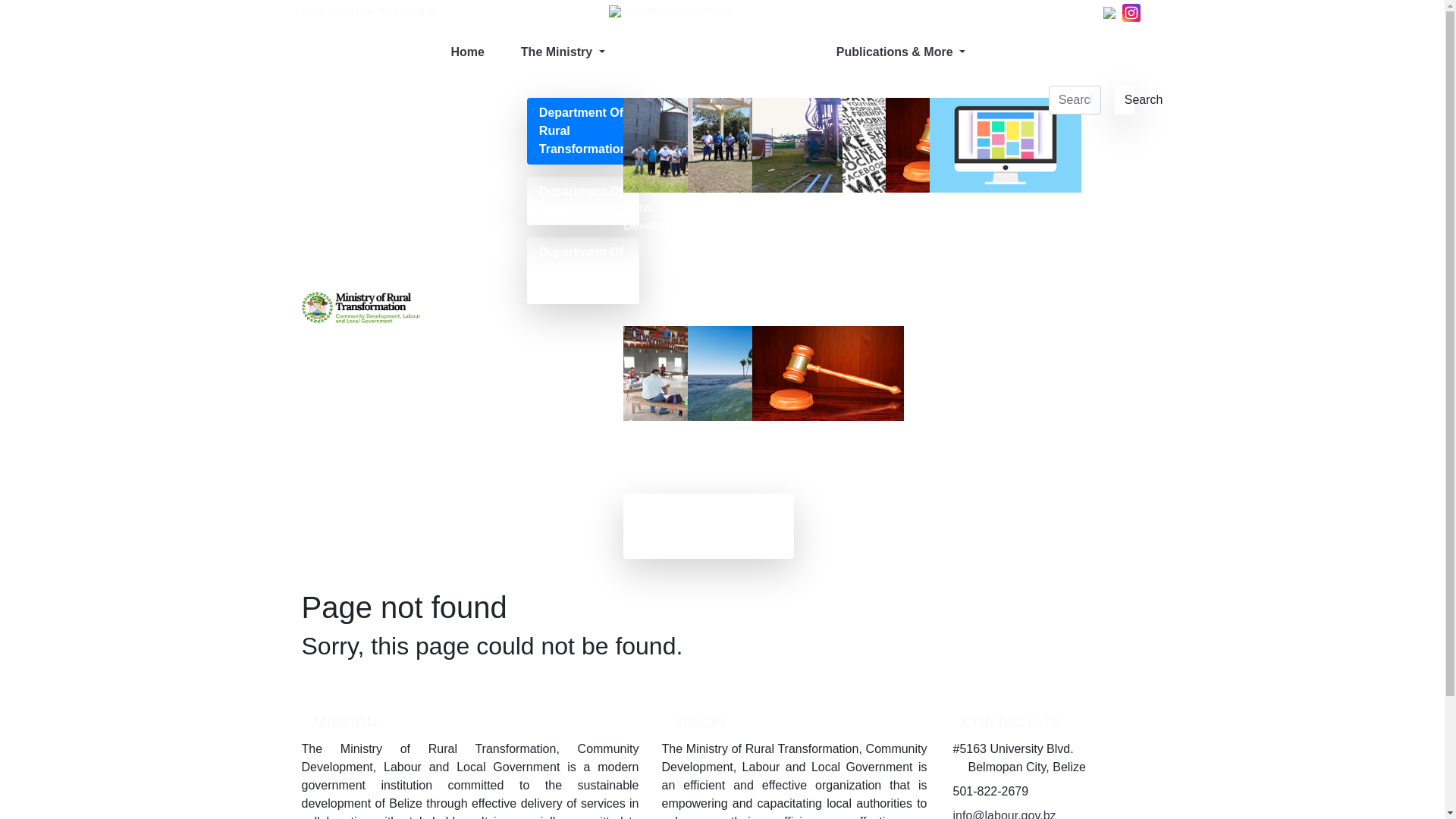  Describe the element at coordinates (582, 270) in the screenshot. I see `'Department Of Local Government'` at that location.